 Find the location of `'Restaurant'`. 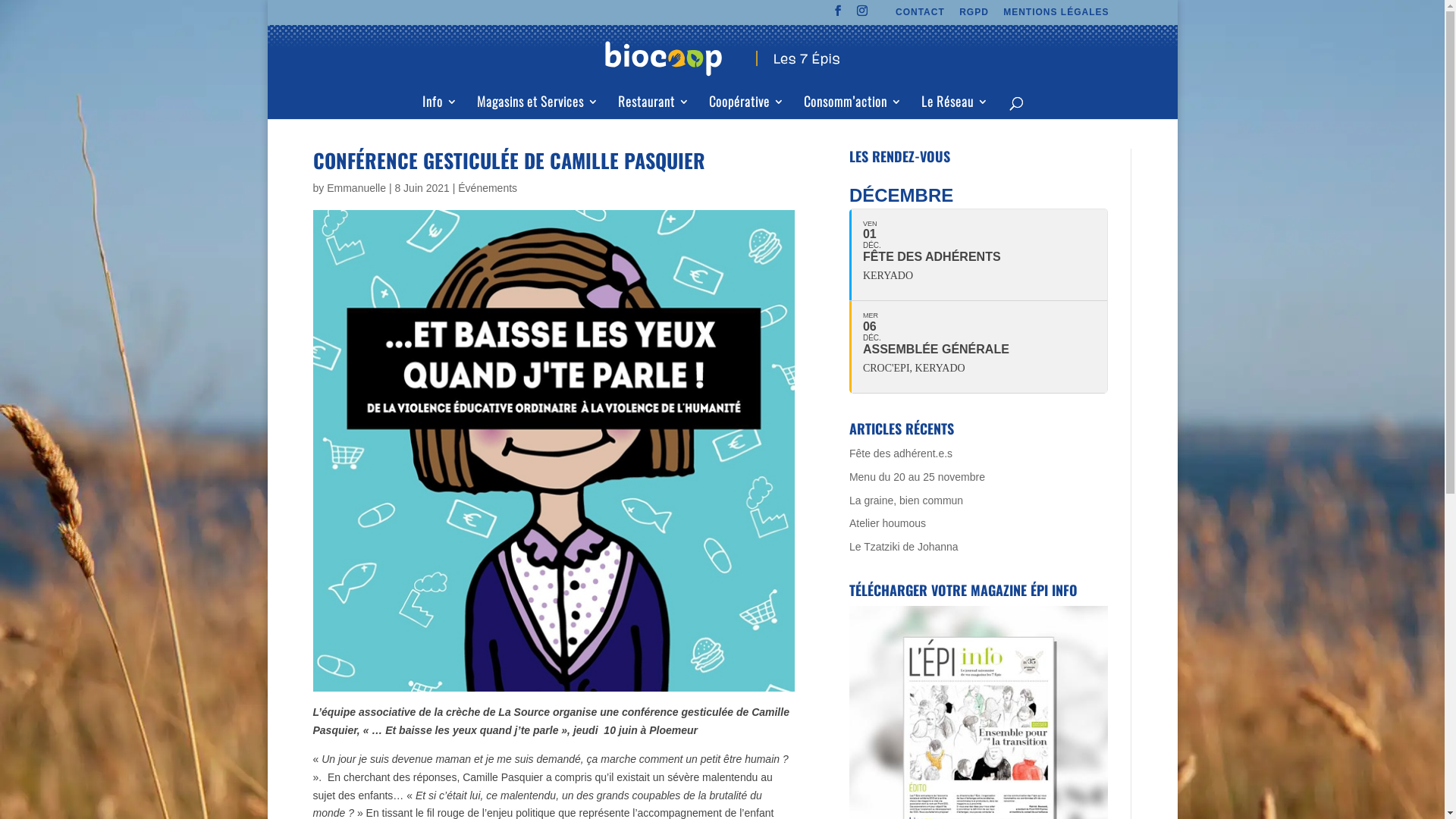

'Restaurant' is located at coordinates (653, 106).